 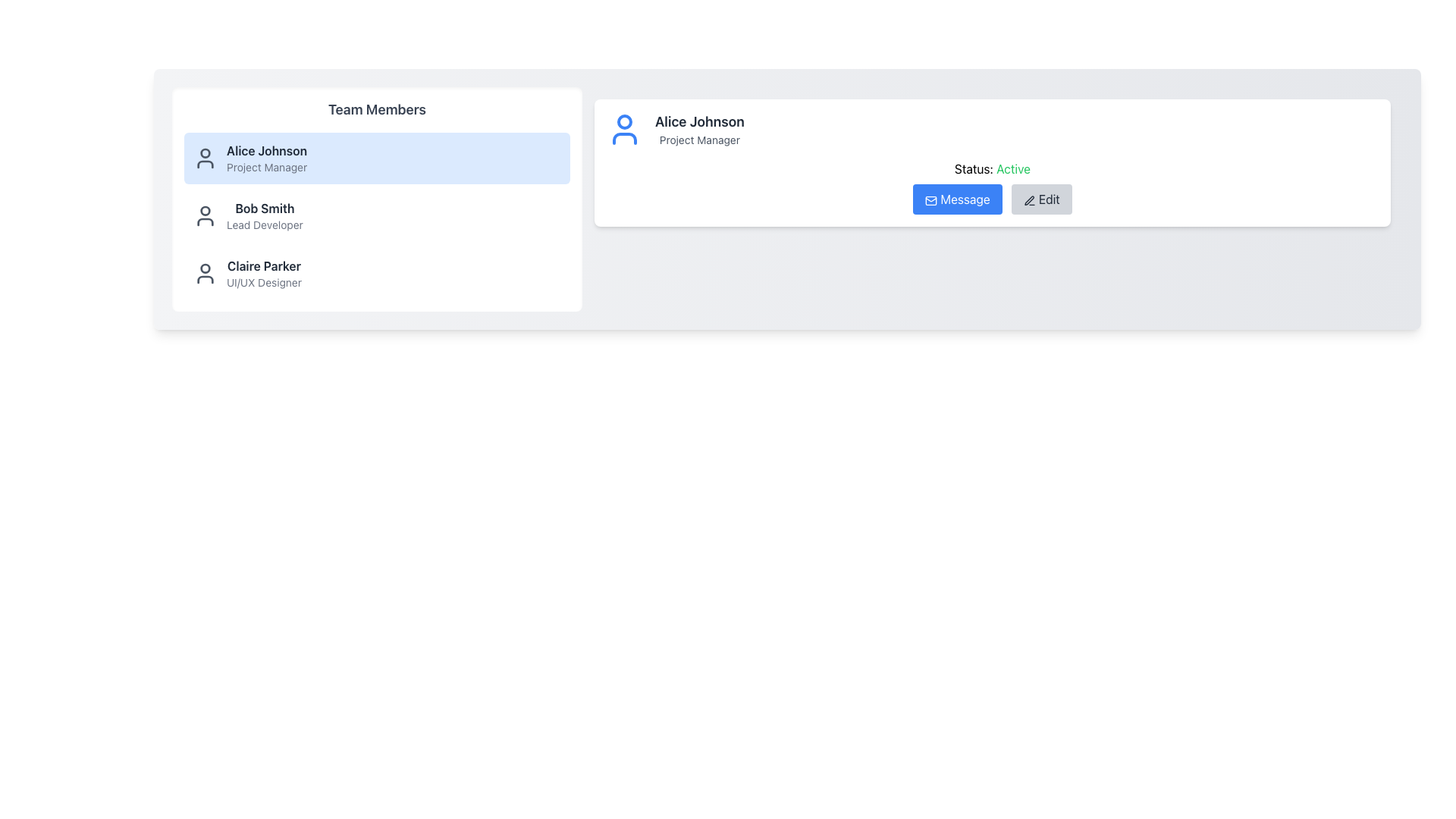 What do you see at coordinates (265, 225) in the screenshot?
I see `the text label element displaying 'Lead Developer', which is styled in gray and located below 'Bob Smith' in the team members list` at bounding box center [265, 225].